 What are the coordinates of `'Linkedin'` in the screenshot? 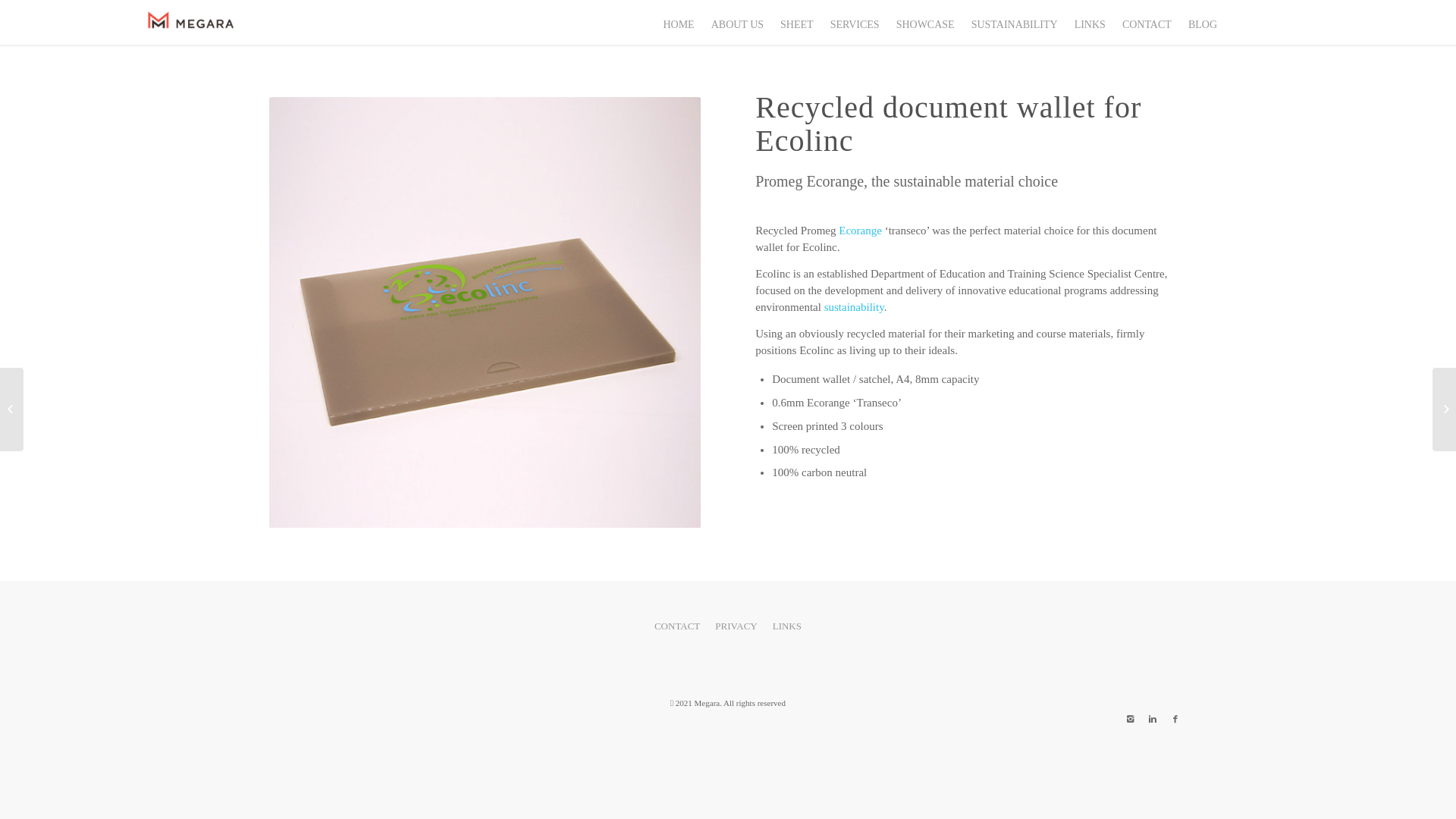 It's located at (1153, 718).